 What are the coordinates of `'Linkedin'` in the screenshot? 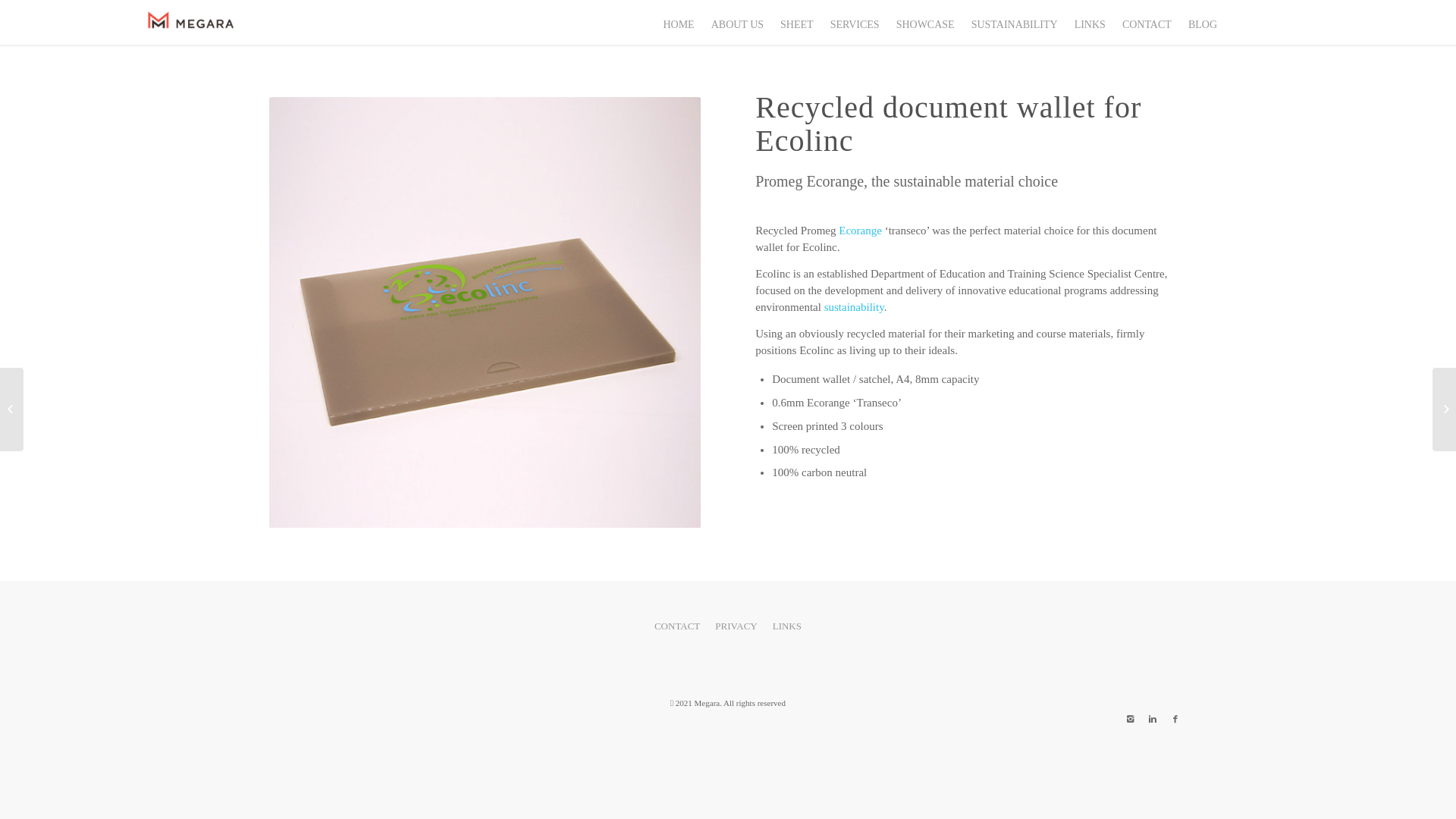 It's located at (1153, 718).